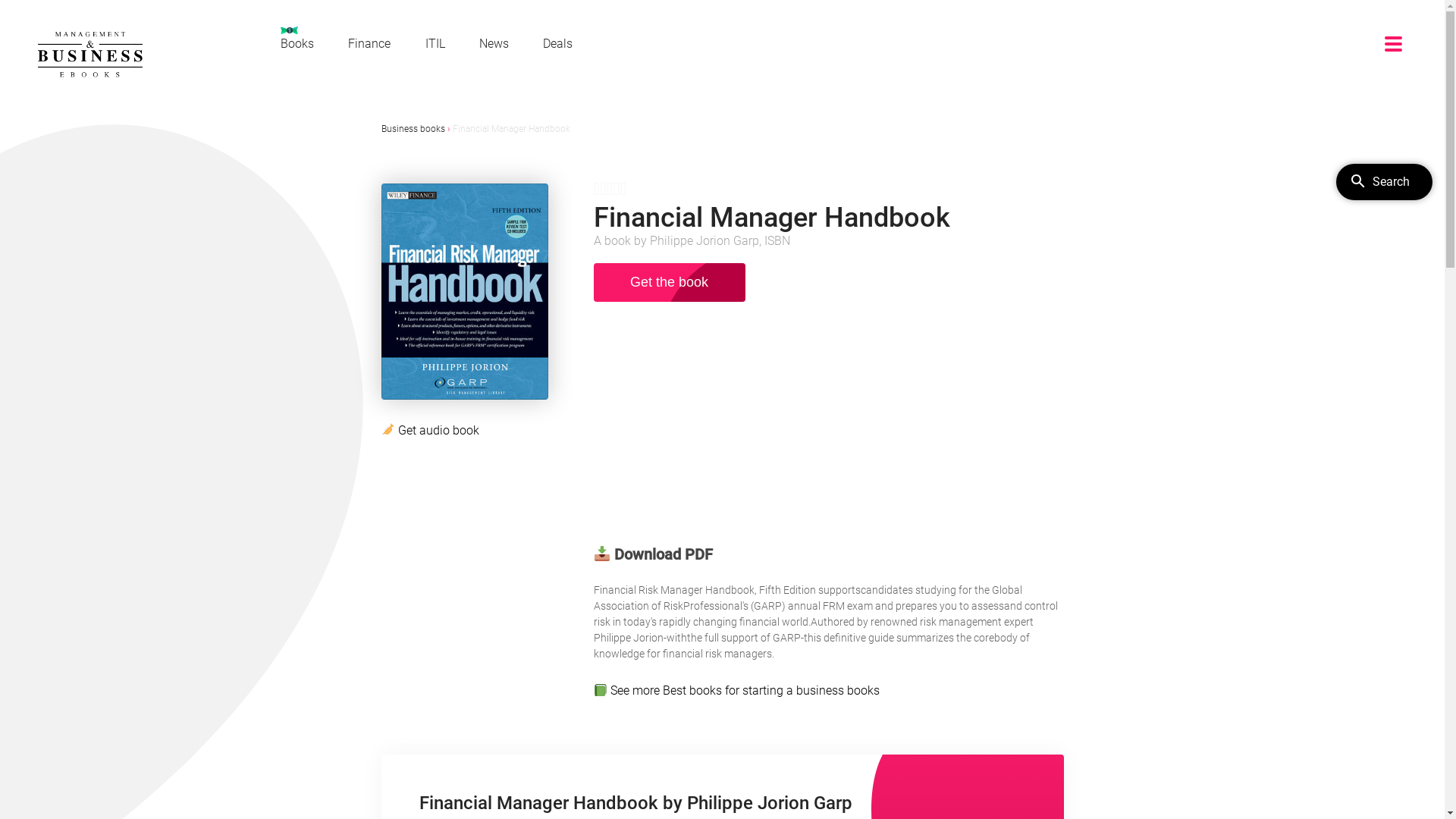  I want to click on 'Get the book', so click(668, 282).